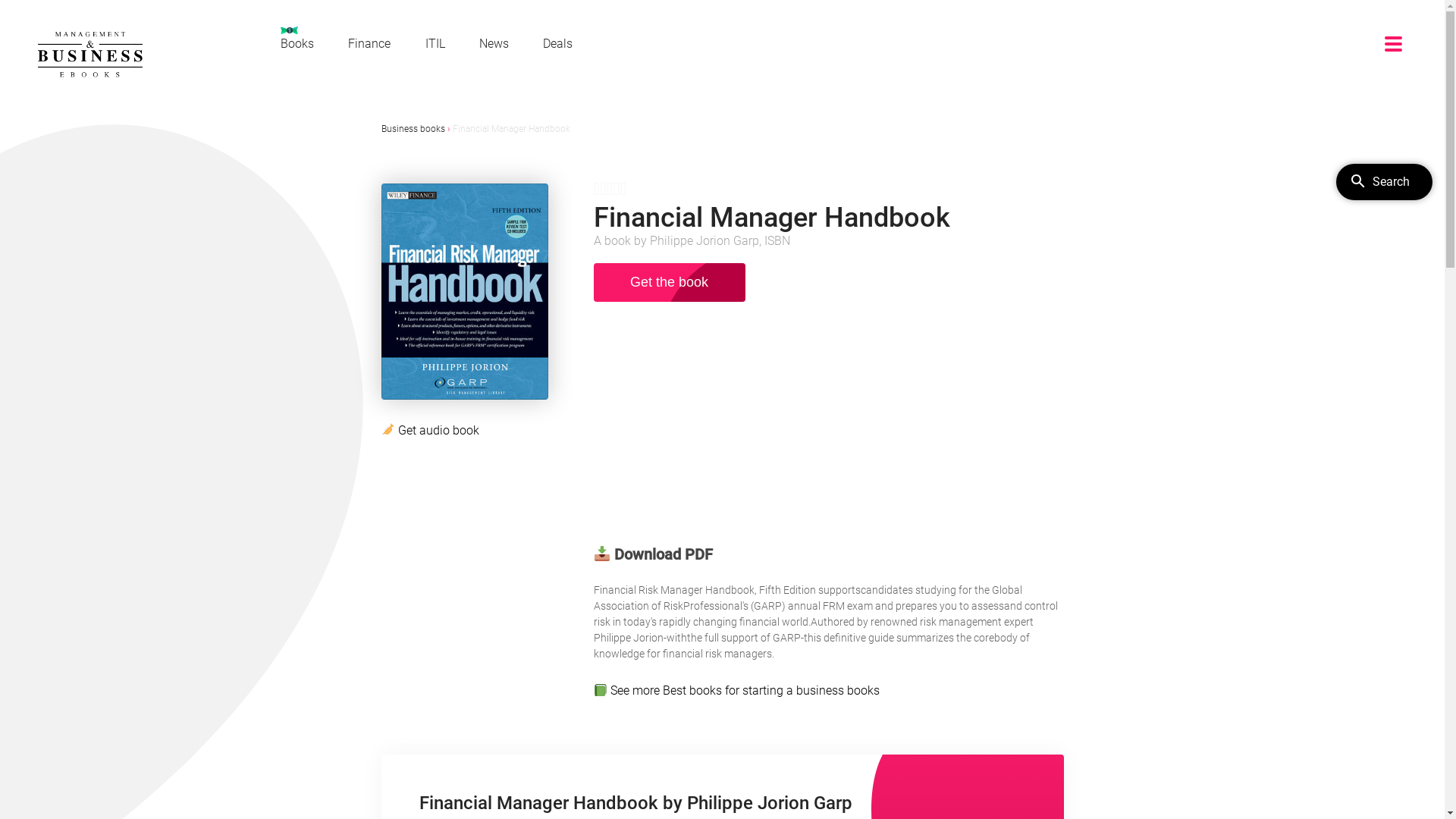  I want to click on 'Get the book', so click(668, 282).